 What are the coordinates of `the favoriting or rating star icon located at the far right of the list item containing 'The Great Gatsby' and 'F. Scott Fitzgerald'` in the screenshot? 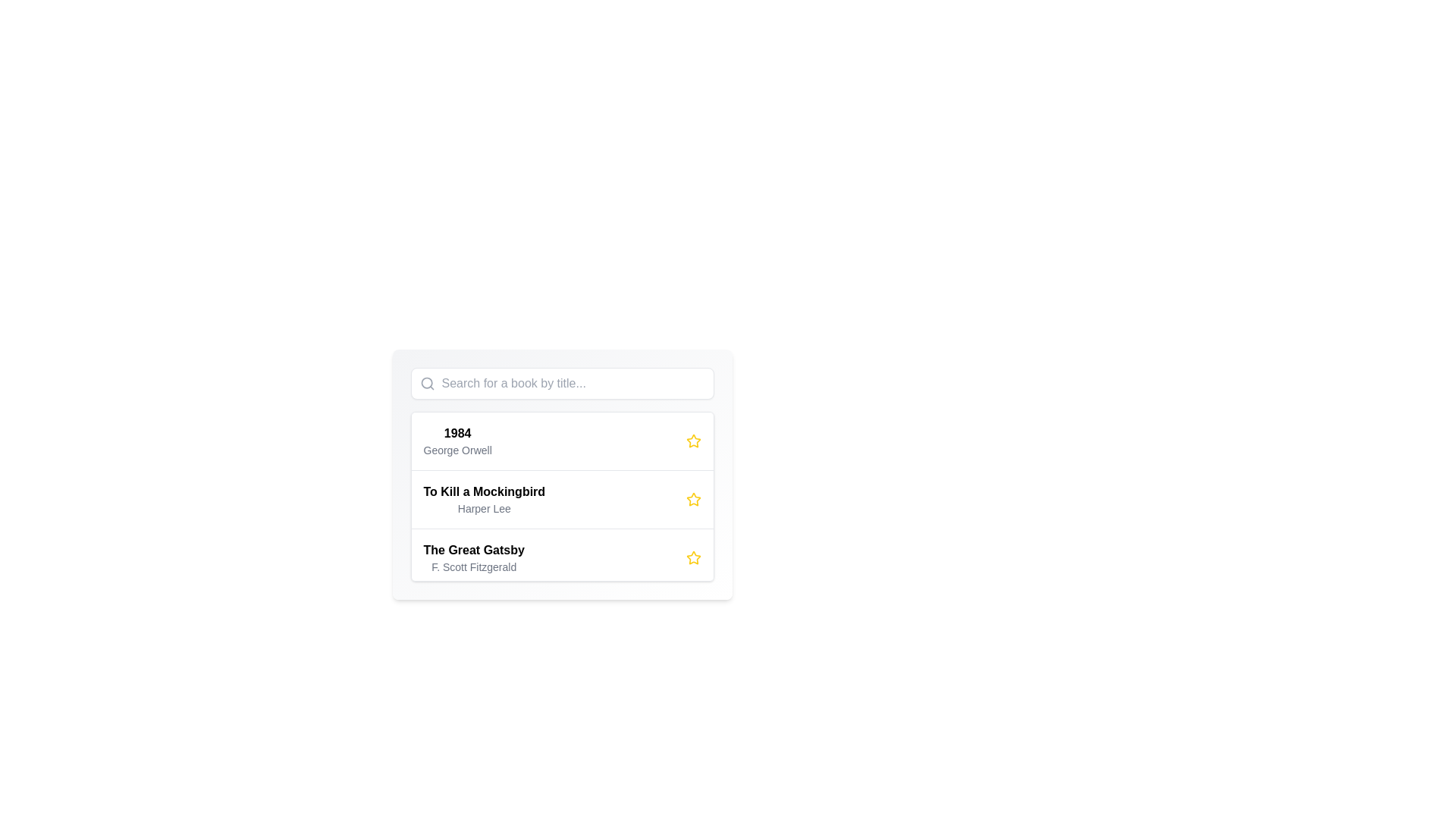 It's located at (692, 558).